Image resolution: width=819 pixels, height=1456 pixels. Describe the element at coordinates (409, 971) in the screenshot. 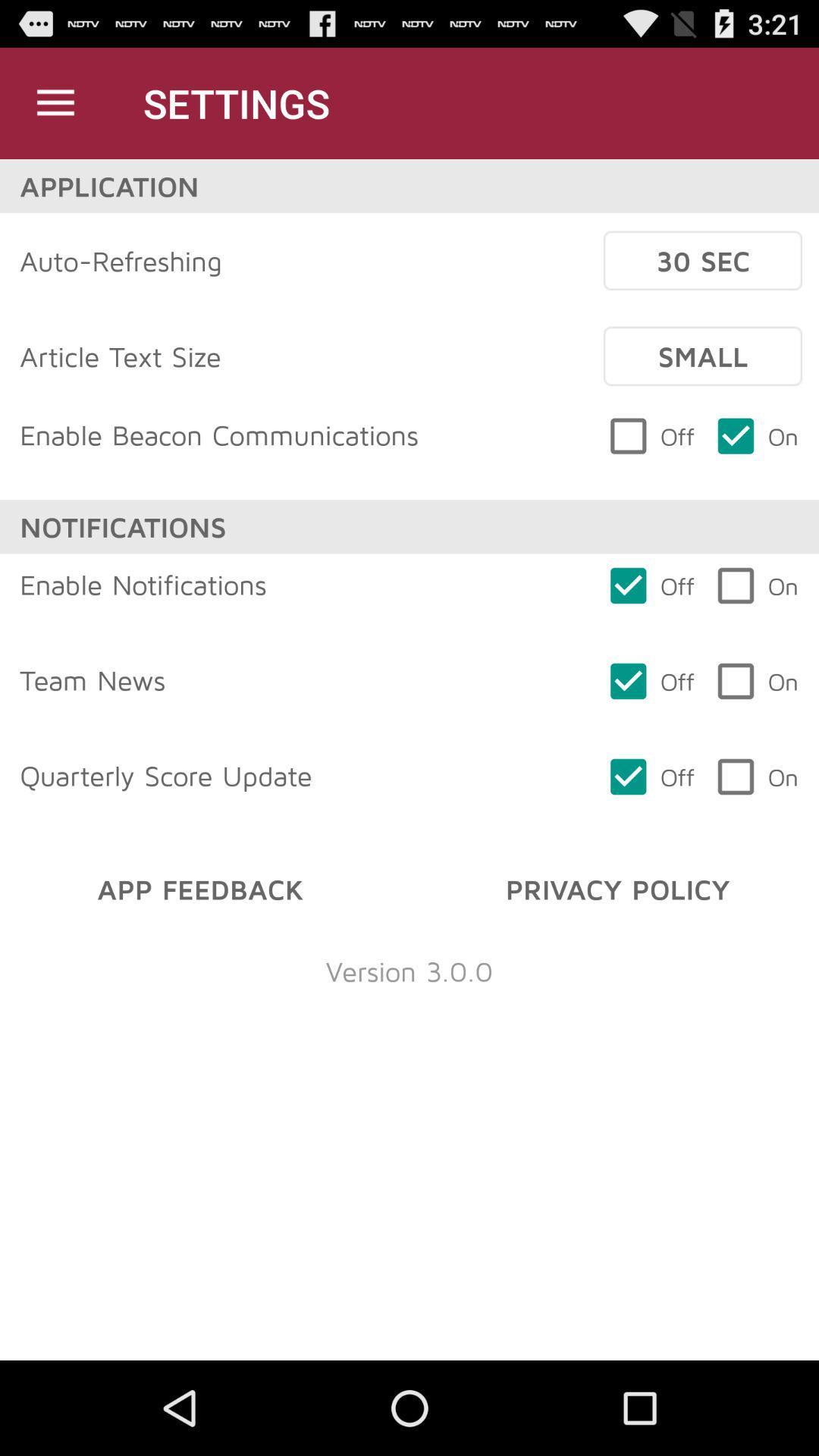

I see `version 3 0 at the bottom` at that location.